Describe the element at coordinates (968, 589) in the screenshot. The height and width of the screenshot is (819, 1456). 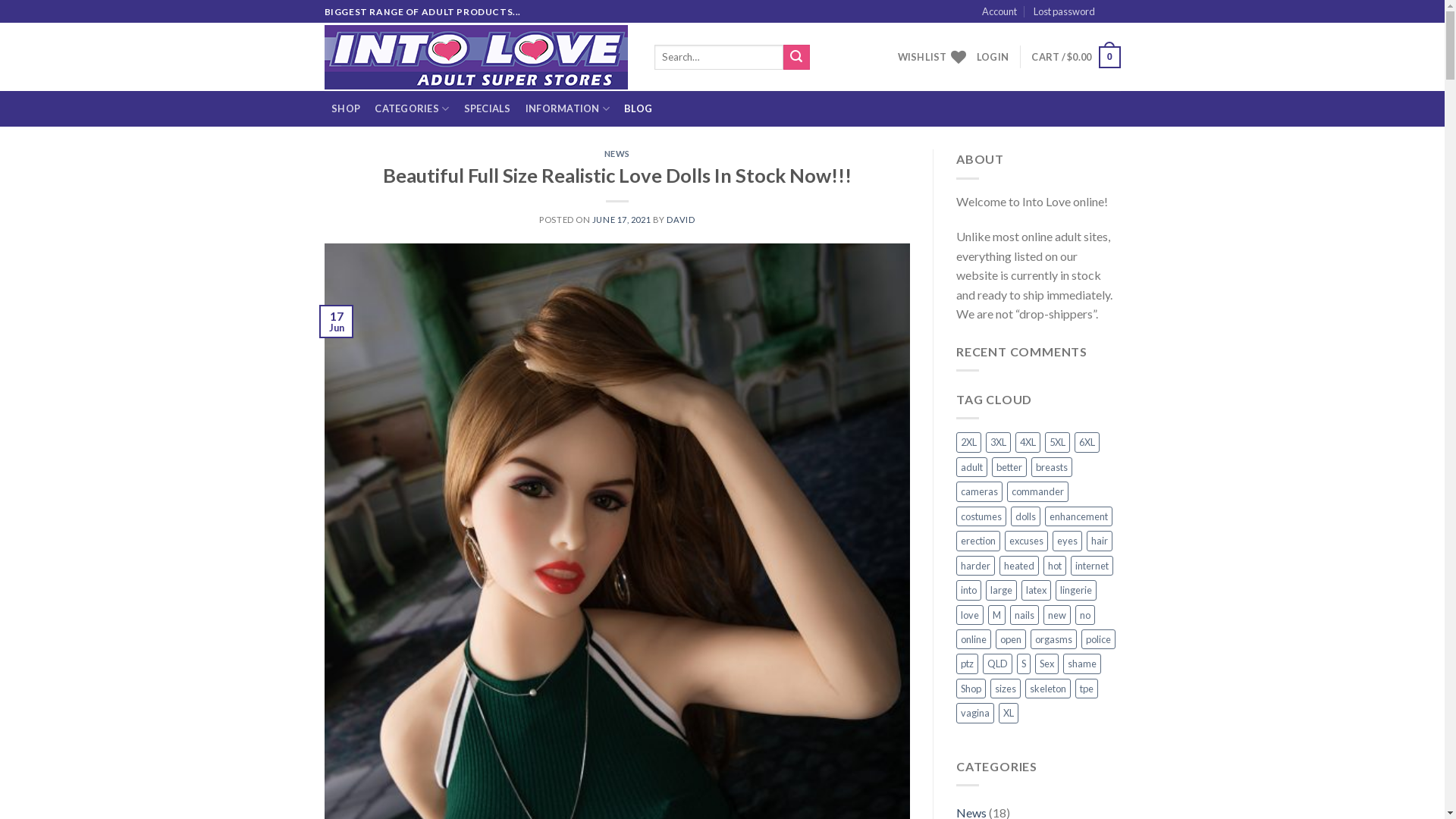
I see `'into'` at that location.